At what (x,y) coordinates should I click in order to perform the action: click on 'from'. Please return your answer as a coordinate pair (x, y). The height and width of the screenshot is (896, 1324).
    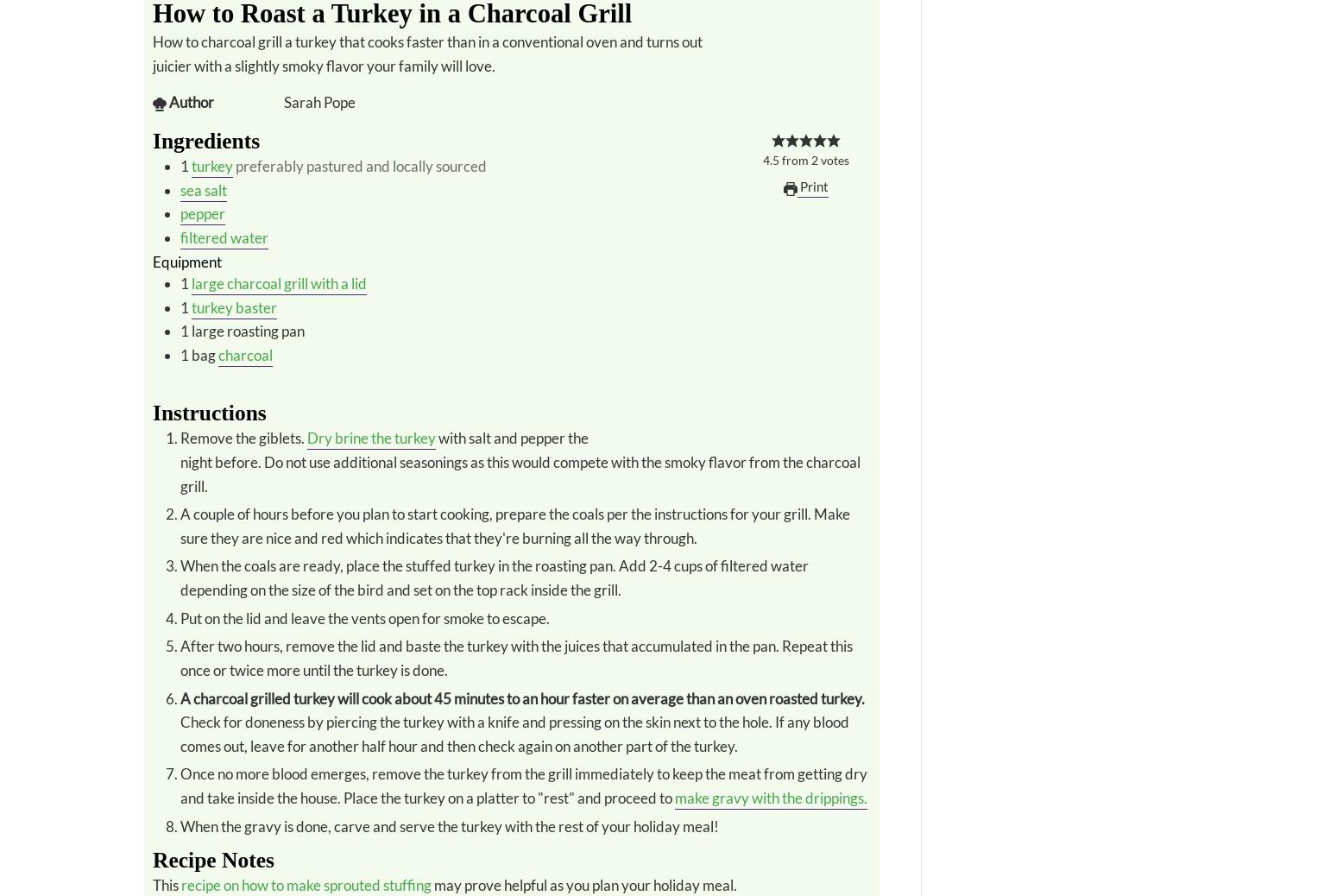
    Looking at the image, I should click on (794, 160).